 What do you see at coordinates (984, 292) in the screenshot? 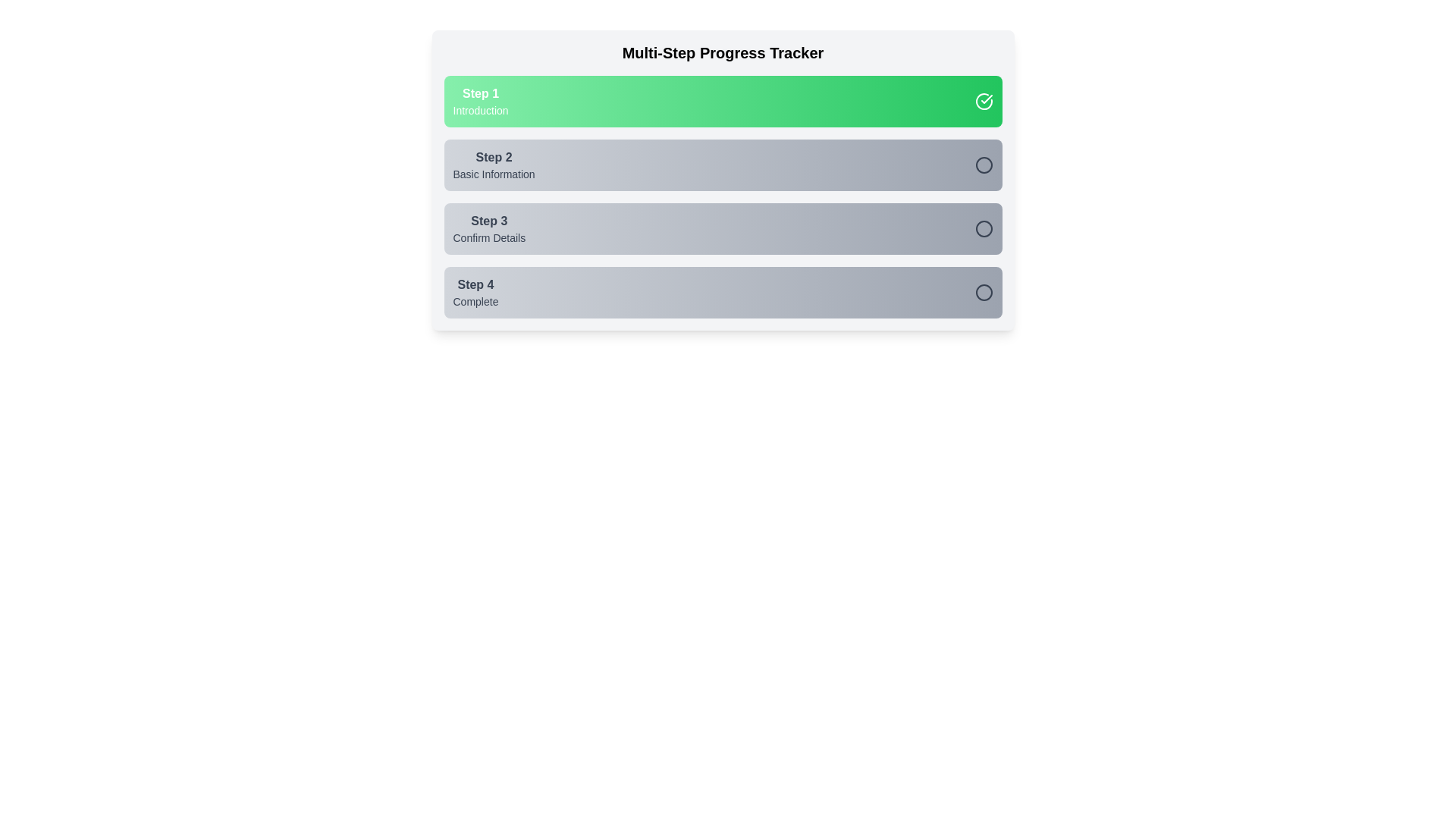
I see `the circular toggle button outlined in gray located in the lower-right corner of the fourth step's box` at bounding box center [984, 292].